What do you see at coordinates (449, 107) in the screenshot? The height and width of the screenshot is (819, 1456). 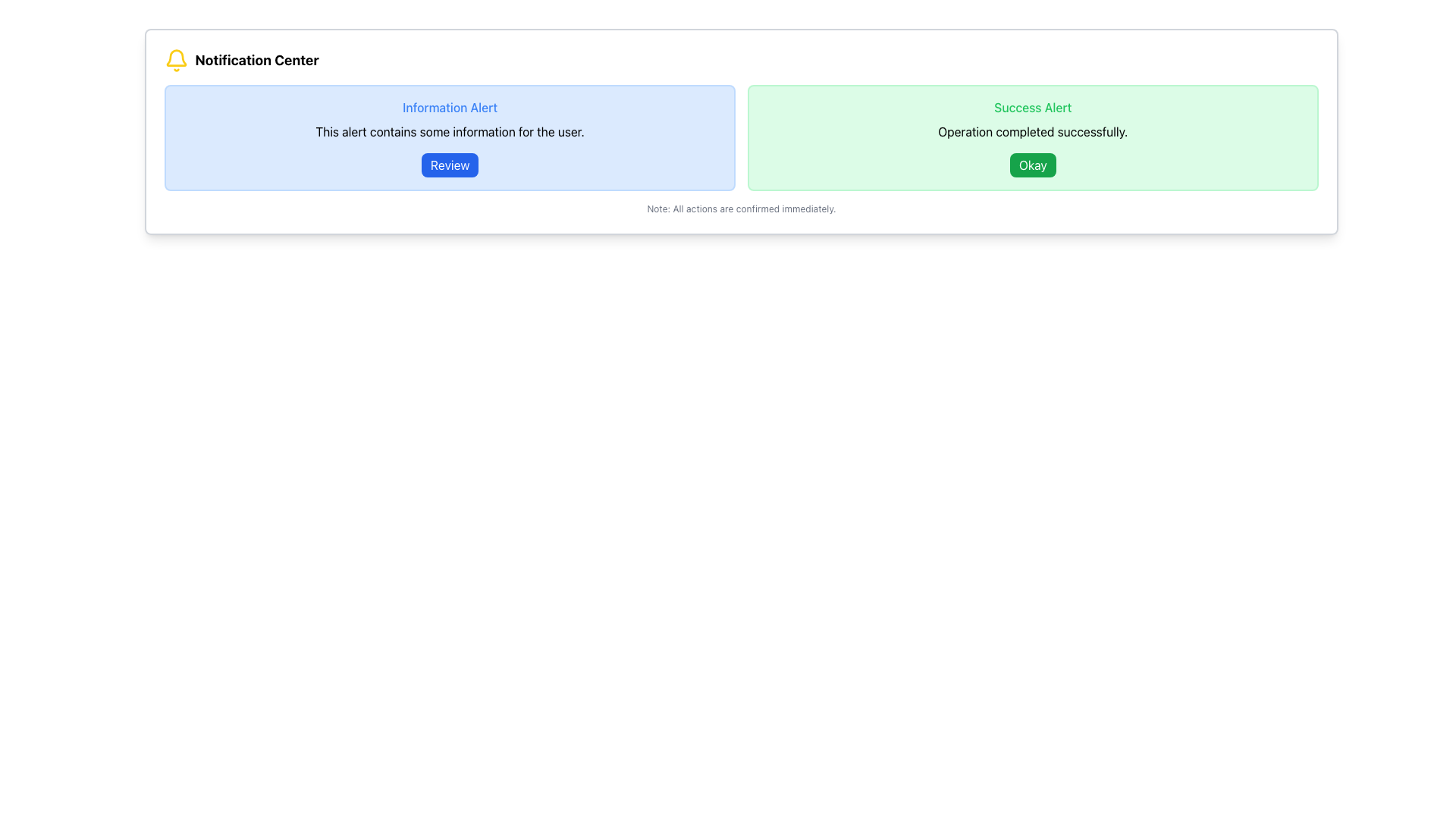 I see `text of the 'Information Alert' label, which is styled in medium-weight blue font within a light blue notification box` at bounding box center [449, 107].